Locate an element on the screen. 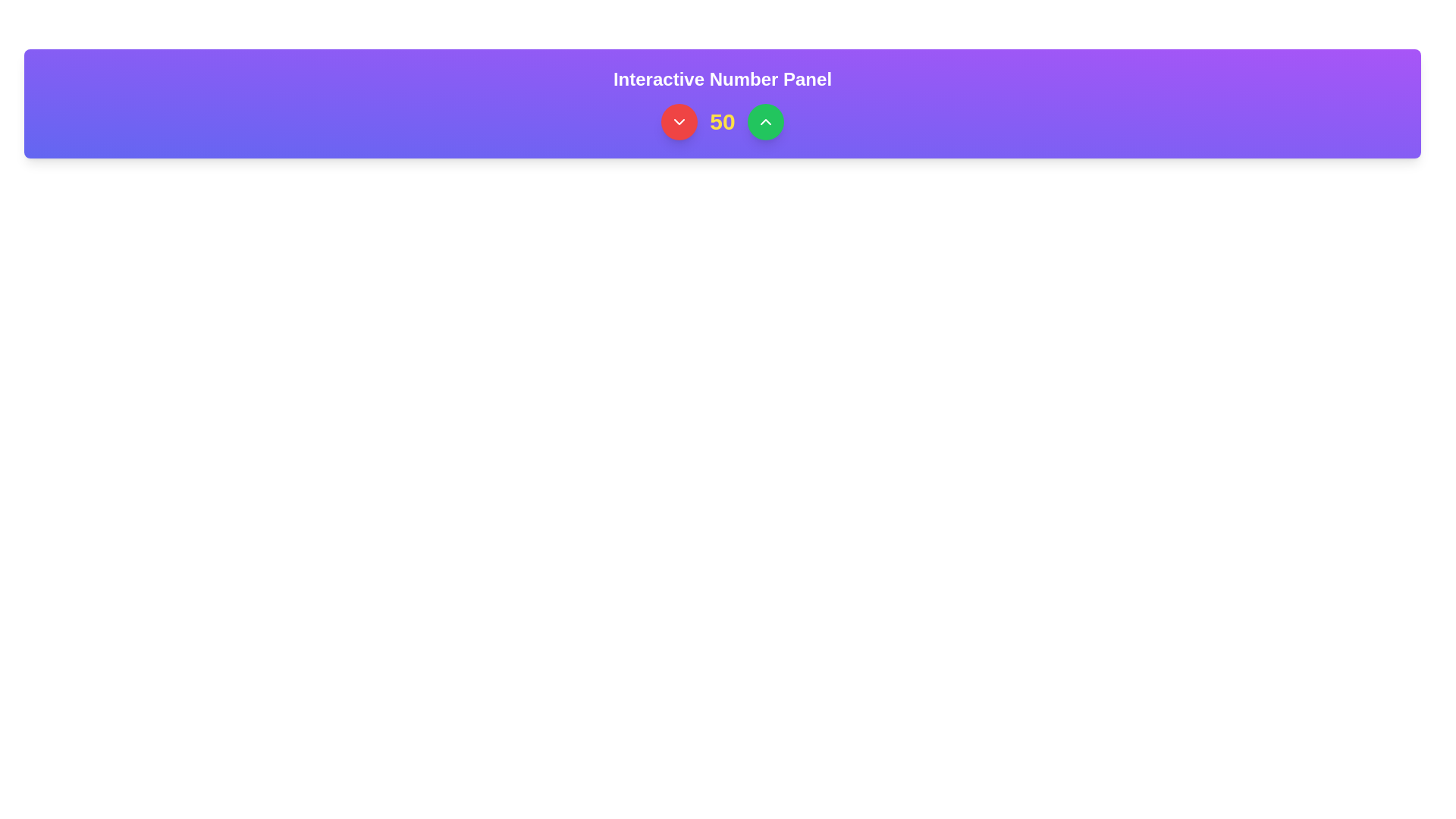 Image resolution: width=1456 pixels, height=819 pixels. the circular red button with a white downward-pointing chevron icon on the purple panel to observe the hover effect is located at coordinates (679, 121).